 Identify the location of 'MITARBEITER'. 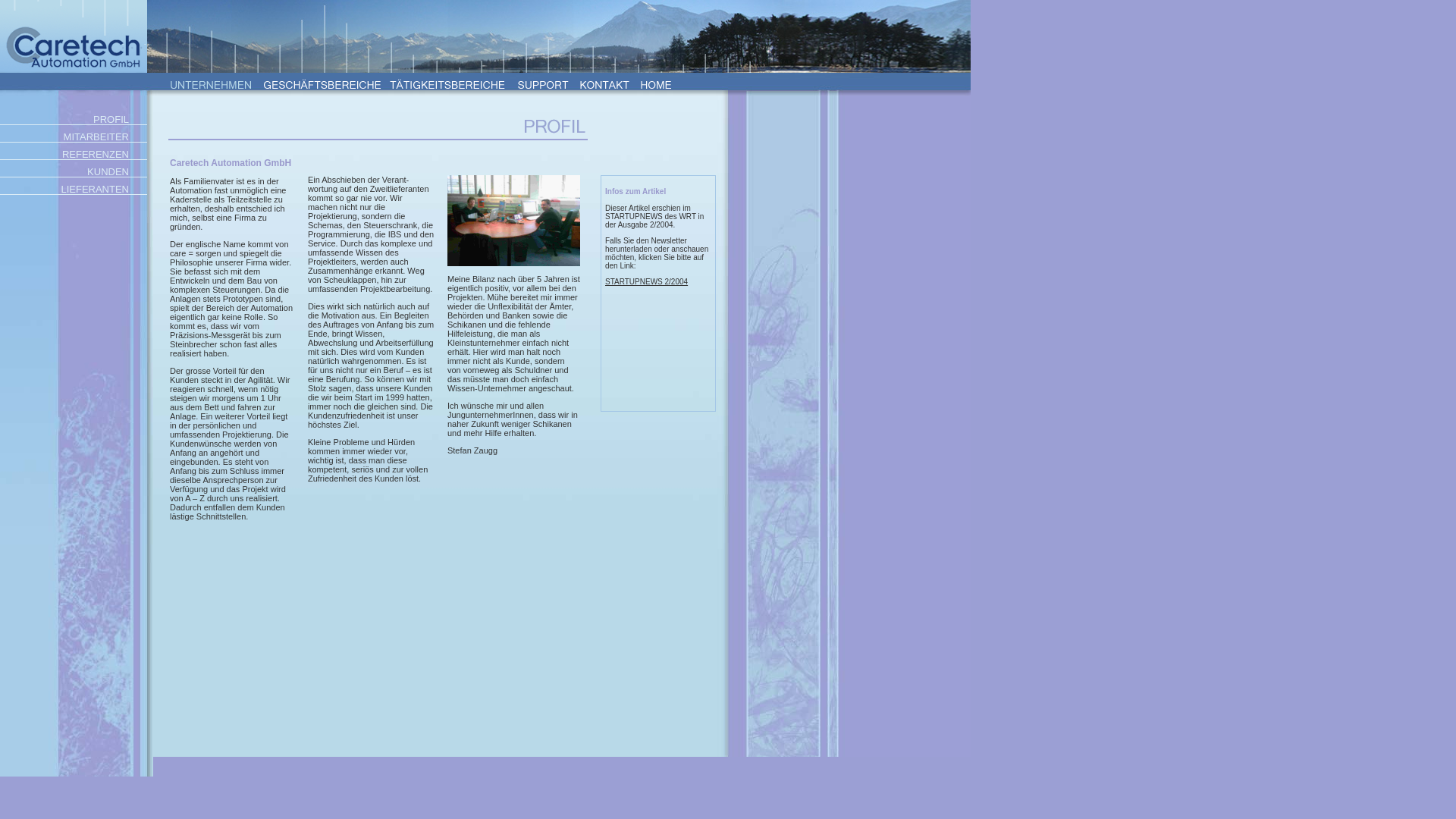
(0, 136).